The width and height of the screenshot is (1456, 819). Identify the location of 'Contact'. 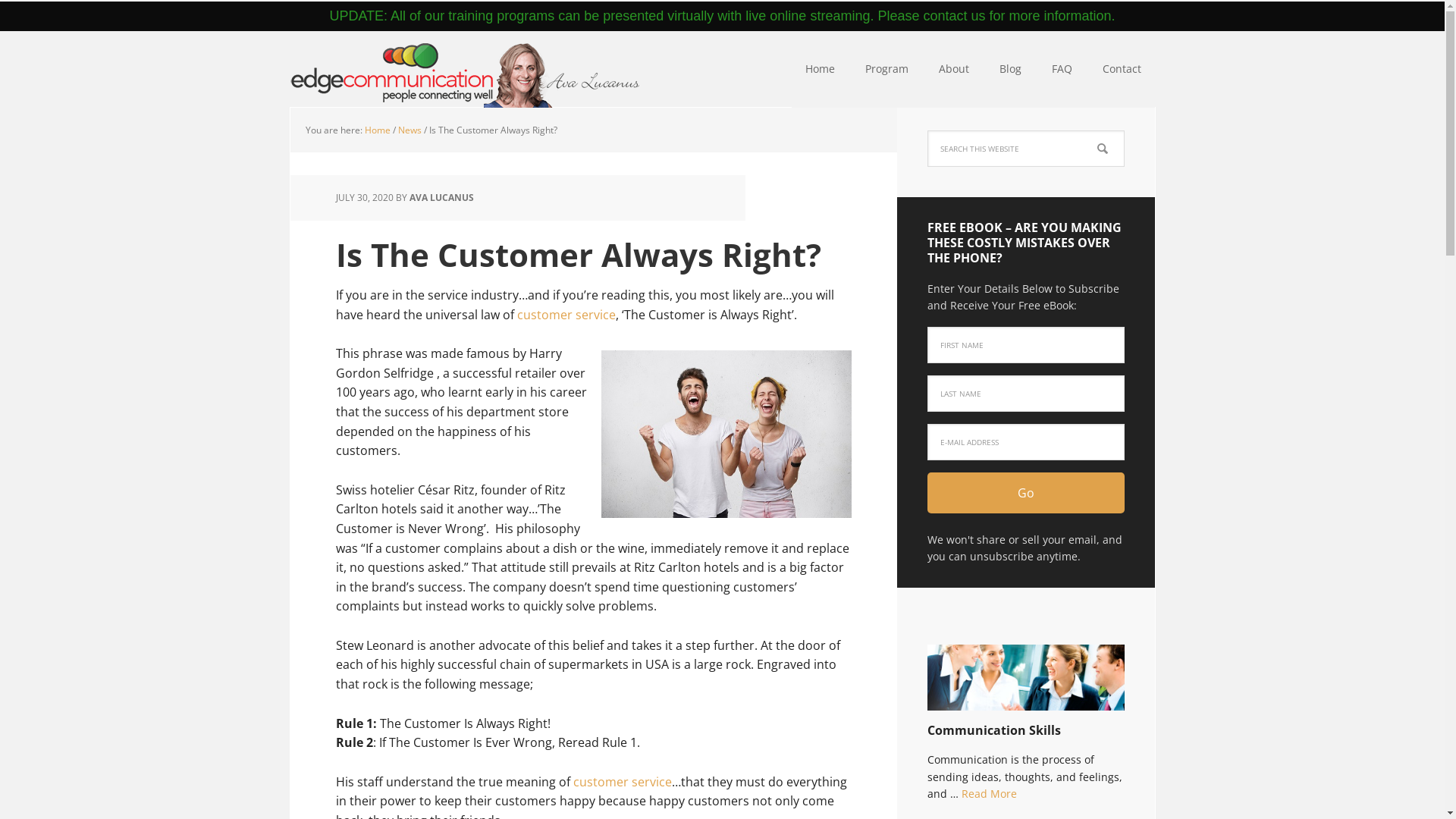
(1122, 70).